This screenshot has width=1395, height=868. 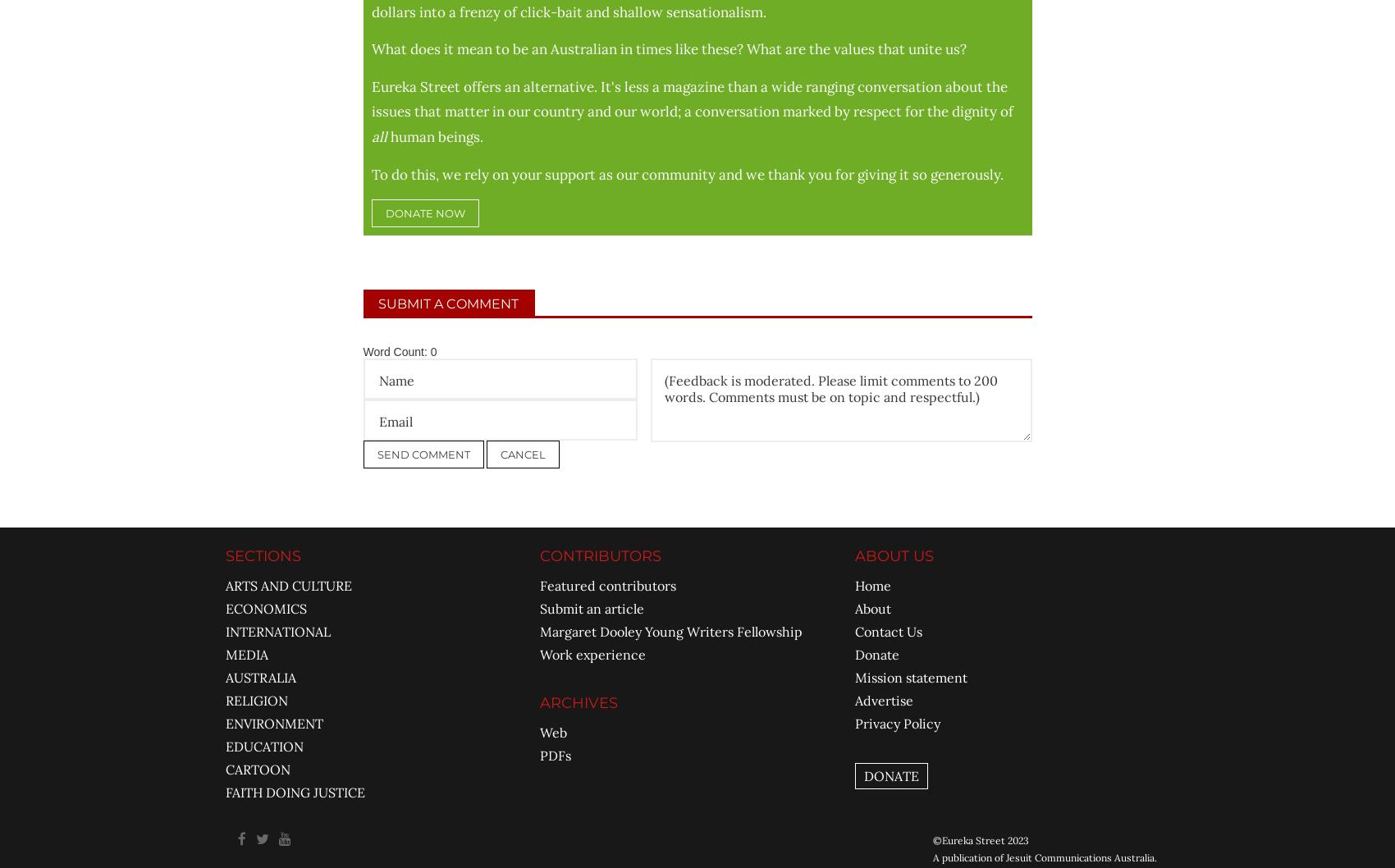 I want to click on 'Featured contributors', so click(x=608, y=584).